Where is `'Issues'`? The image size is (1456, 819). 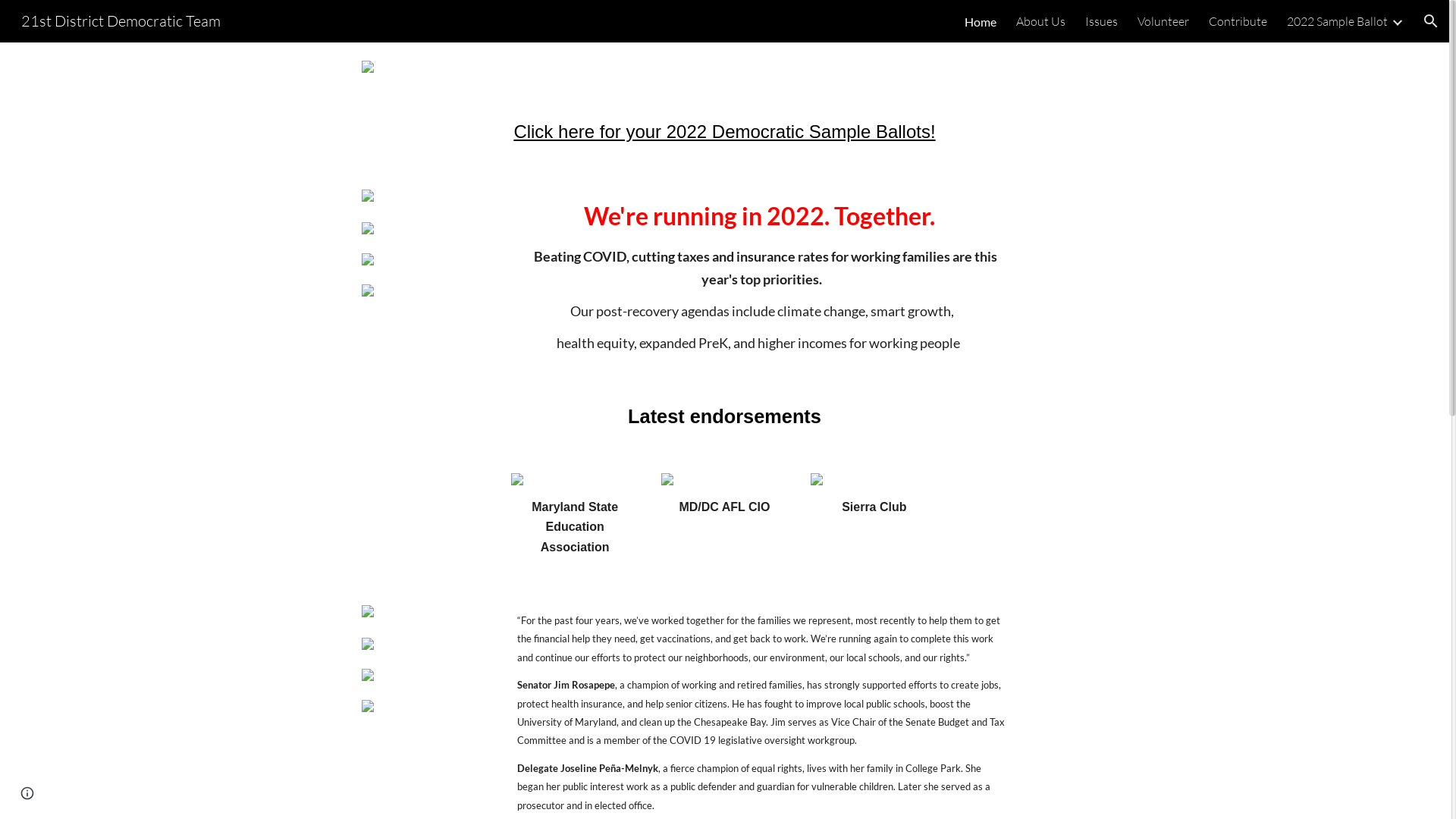 'Issues' is located at coordinates (1101, 20).